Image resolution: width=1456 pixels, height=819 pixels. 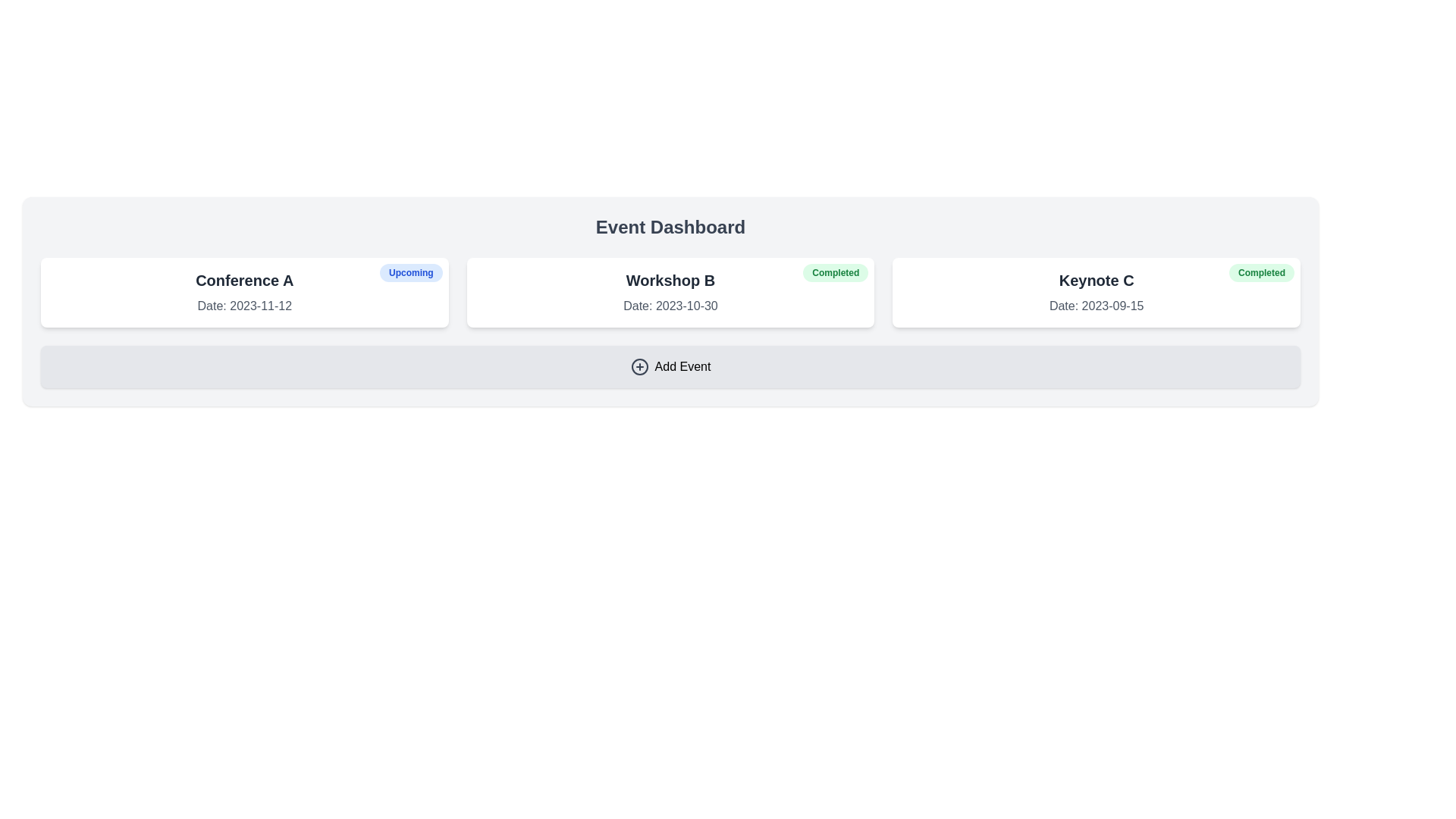 I want to click on the event summary card displaying 'Workshop B', which is the second card in a horizontal grid layout, providing details about the event's name, date, and completion status, so click(x=670, y=292).